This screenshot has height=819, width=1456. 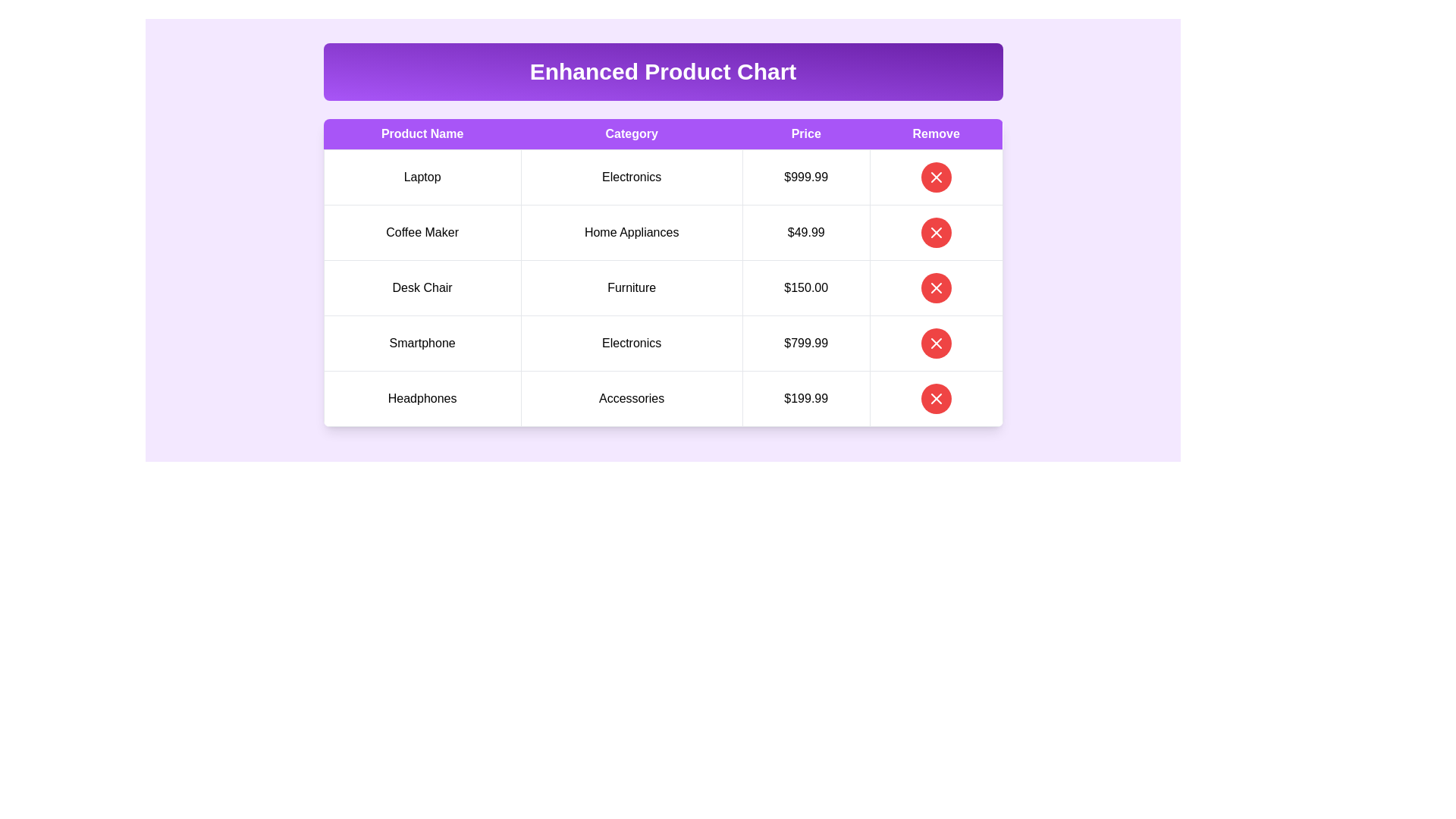 I want to click on the 'Electronics' text label, which categorizes the product 'Laptop', so click(x=632, y=177).